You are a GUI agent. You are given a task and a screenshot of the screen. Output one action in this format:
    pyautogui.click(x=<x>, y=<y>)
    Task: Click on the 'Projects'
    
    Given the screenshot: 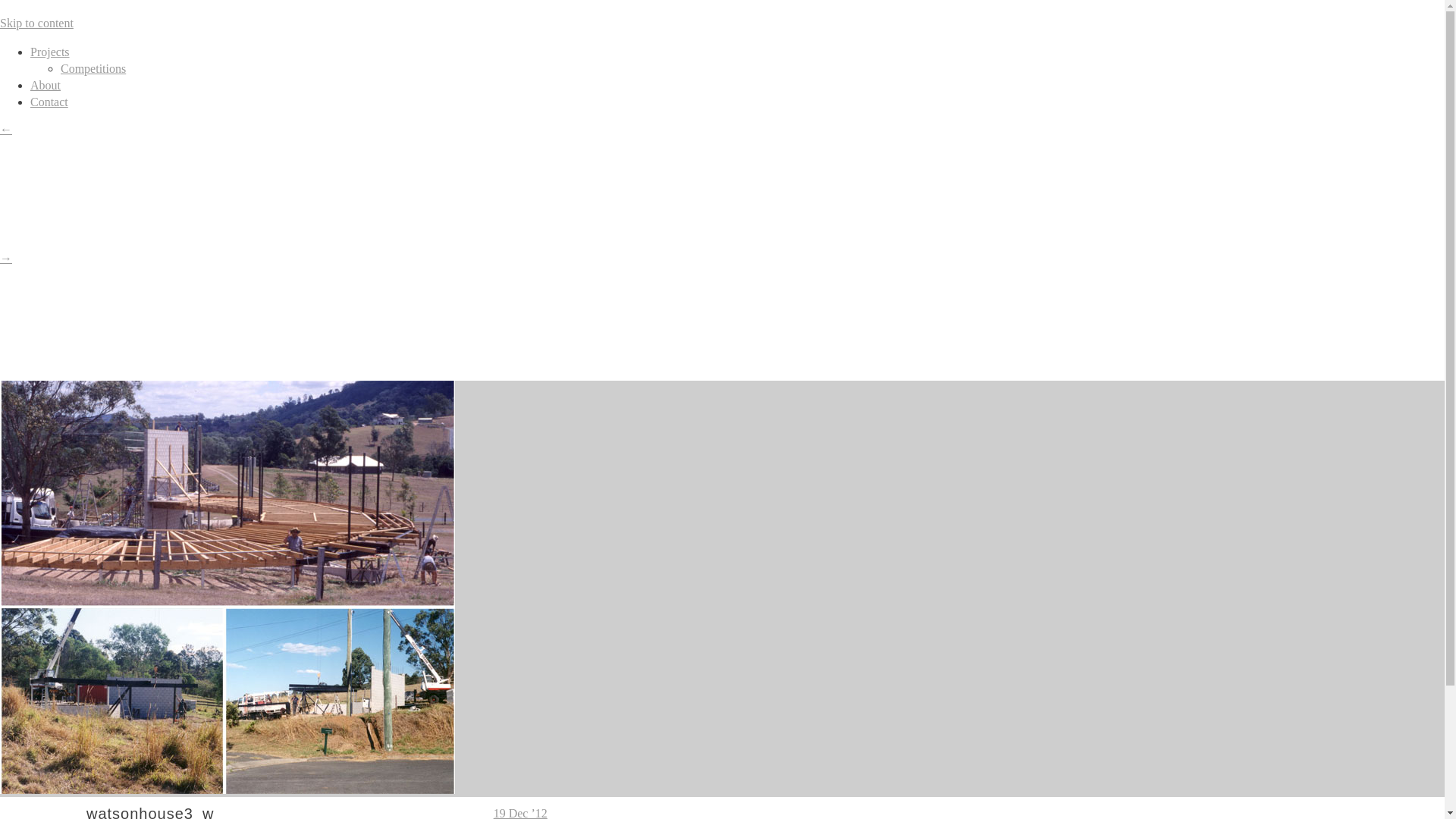 What is the action you would take?
    pyautogui.click(x=50, y=51)
    